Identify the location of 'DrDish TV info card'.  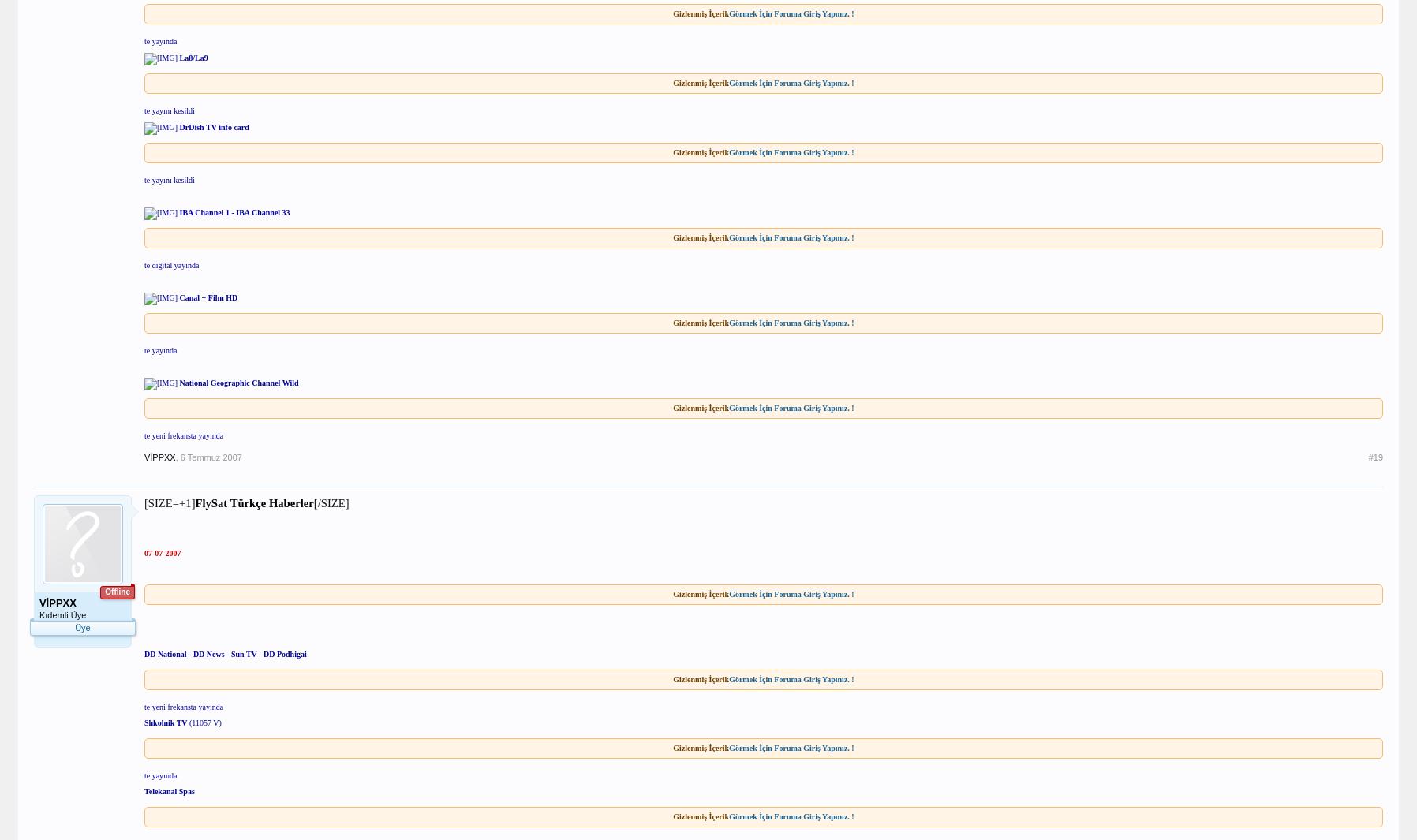
(214, 125).